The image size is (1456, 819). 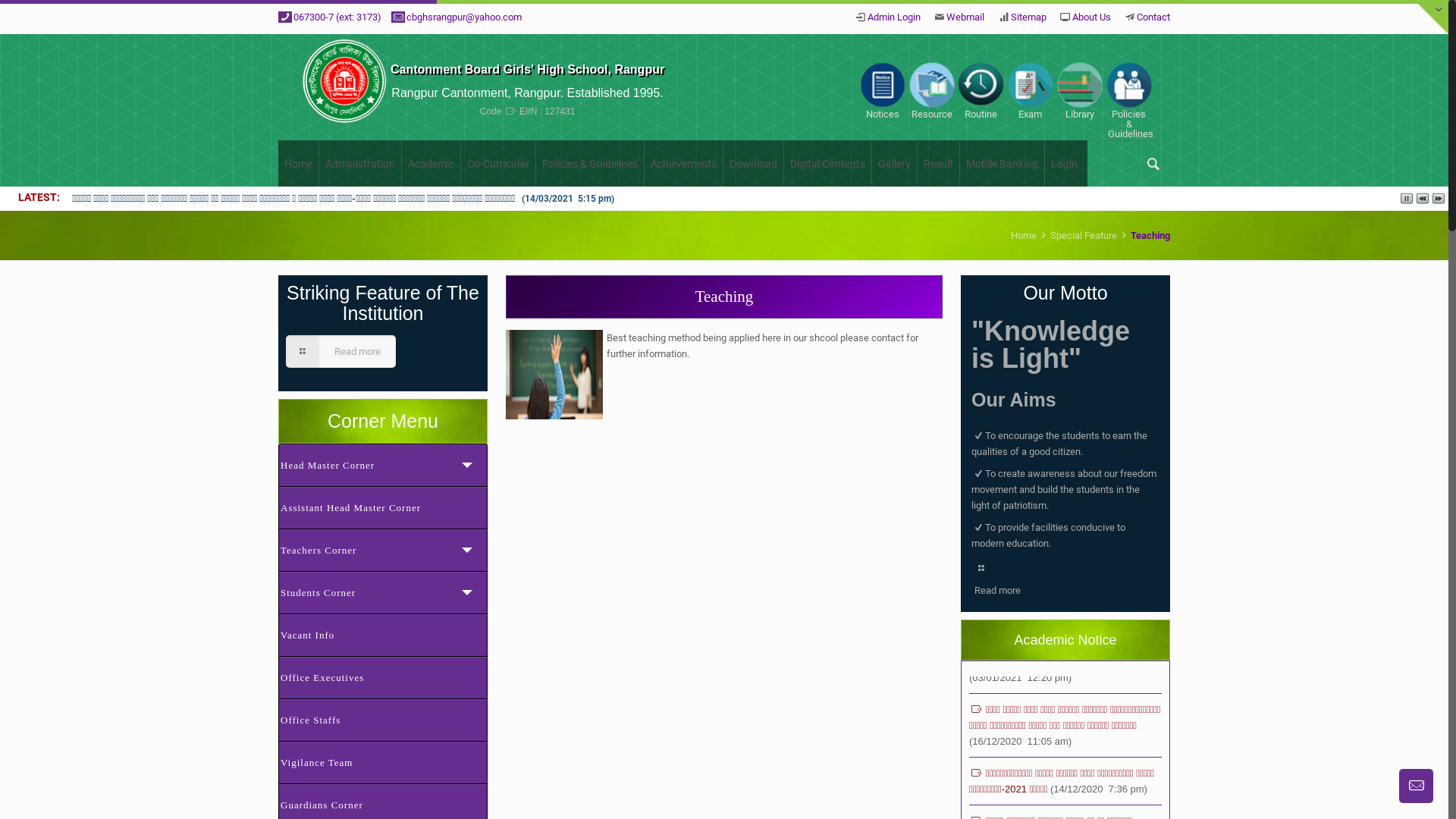 What do you see at coordinates (1063, 164) in the screenshot?
I see `'Login'` at bounding box center [1063, 164].